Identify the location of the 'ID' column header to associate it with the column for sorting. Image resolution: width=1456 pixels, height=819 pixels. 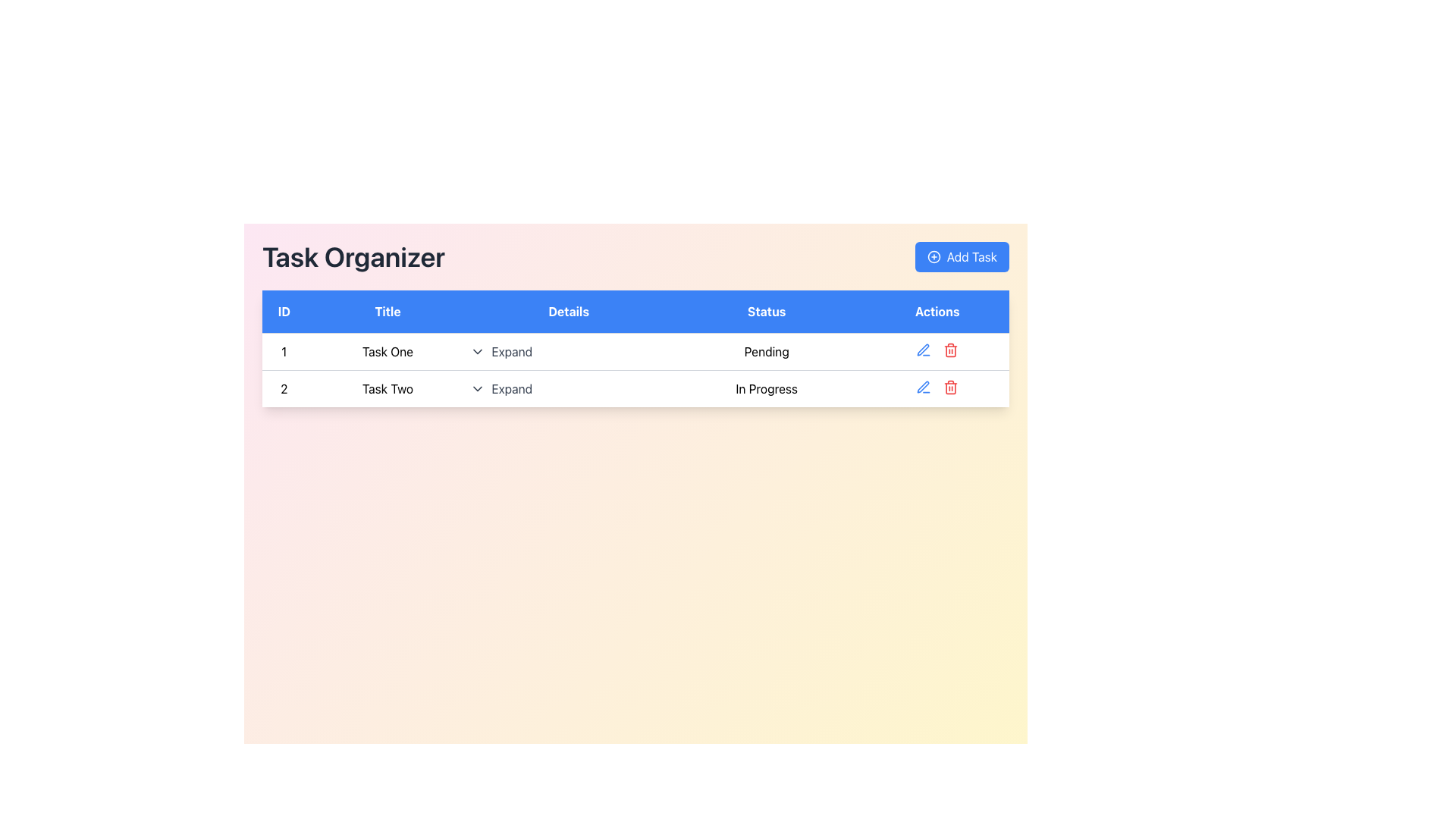
(284, 311).